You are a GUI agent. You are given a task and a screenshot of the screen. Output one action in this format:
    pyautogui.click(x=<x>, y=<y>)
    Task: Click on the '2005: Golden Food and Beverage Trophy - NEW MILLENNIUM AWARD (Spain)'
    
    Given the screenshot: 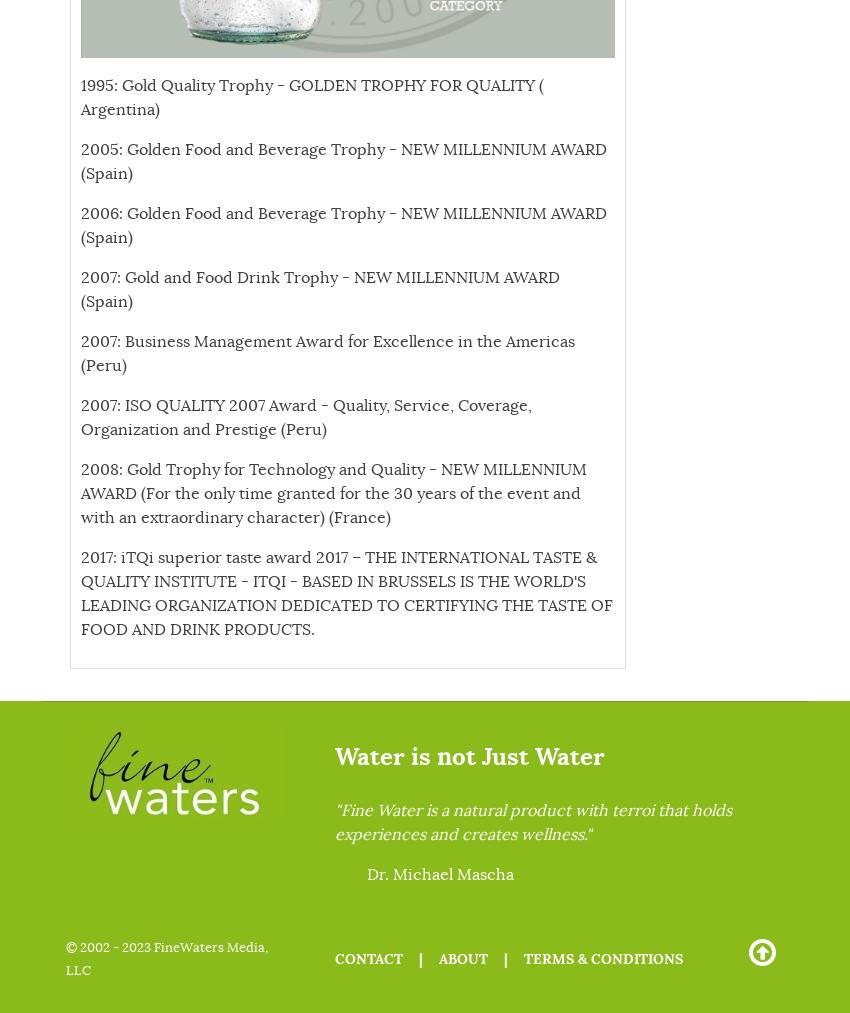 What is the action you would take?
    pyautogui.click(x=342, y=161)
    